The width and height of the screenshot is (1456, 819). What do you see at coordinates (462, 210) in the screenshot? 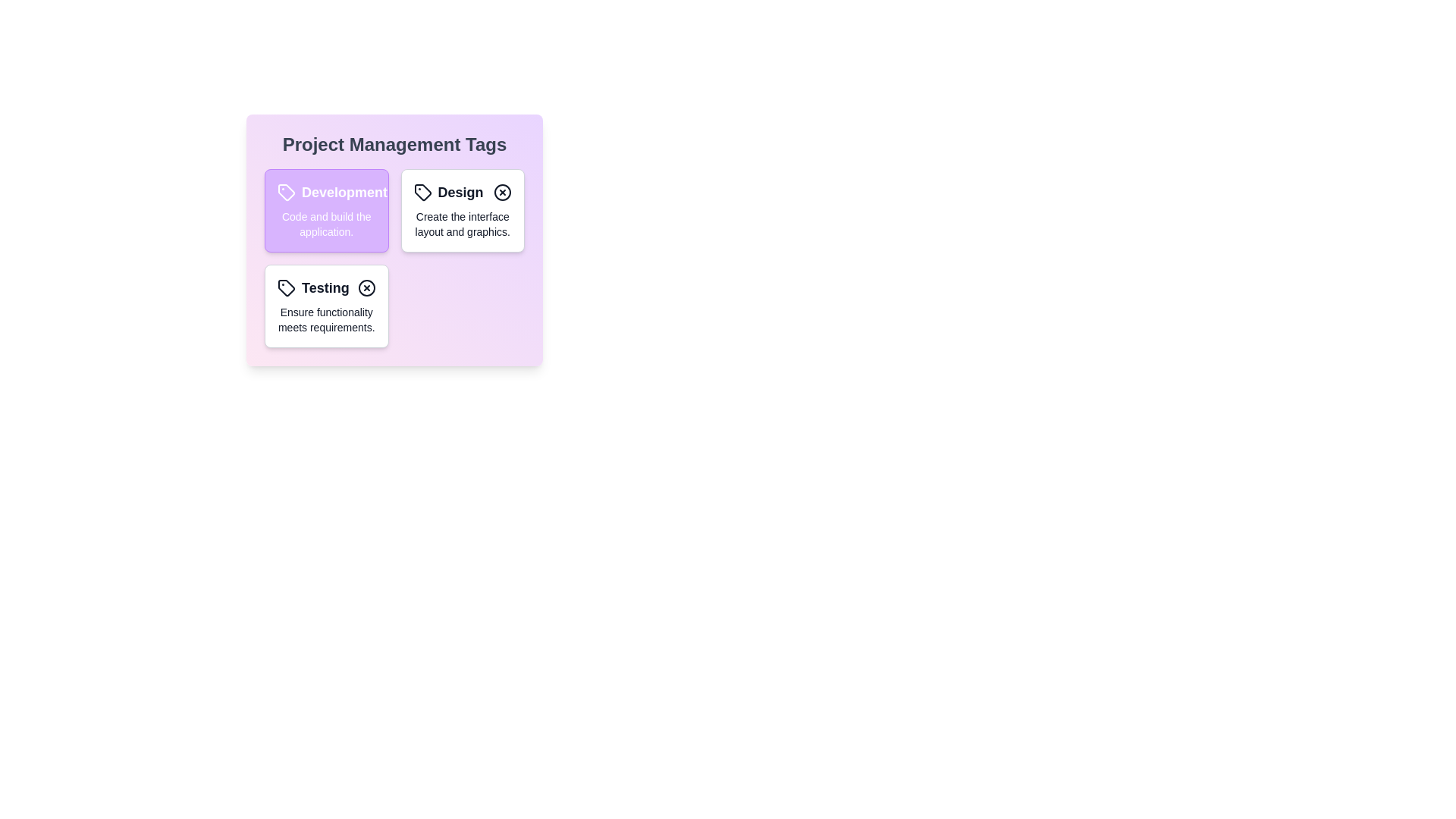
I see `the Design tag to toggle its active state` at bounding box center [462, 210].